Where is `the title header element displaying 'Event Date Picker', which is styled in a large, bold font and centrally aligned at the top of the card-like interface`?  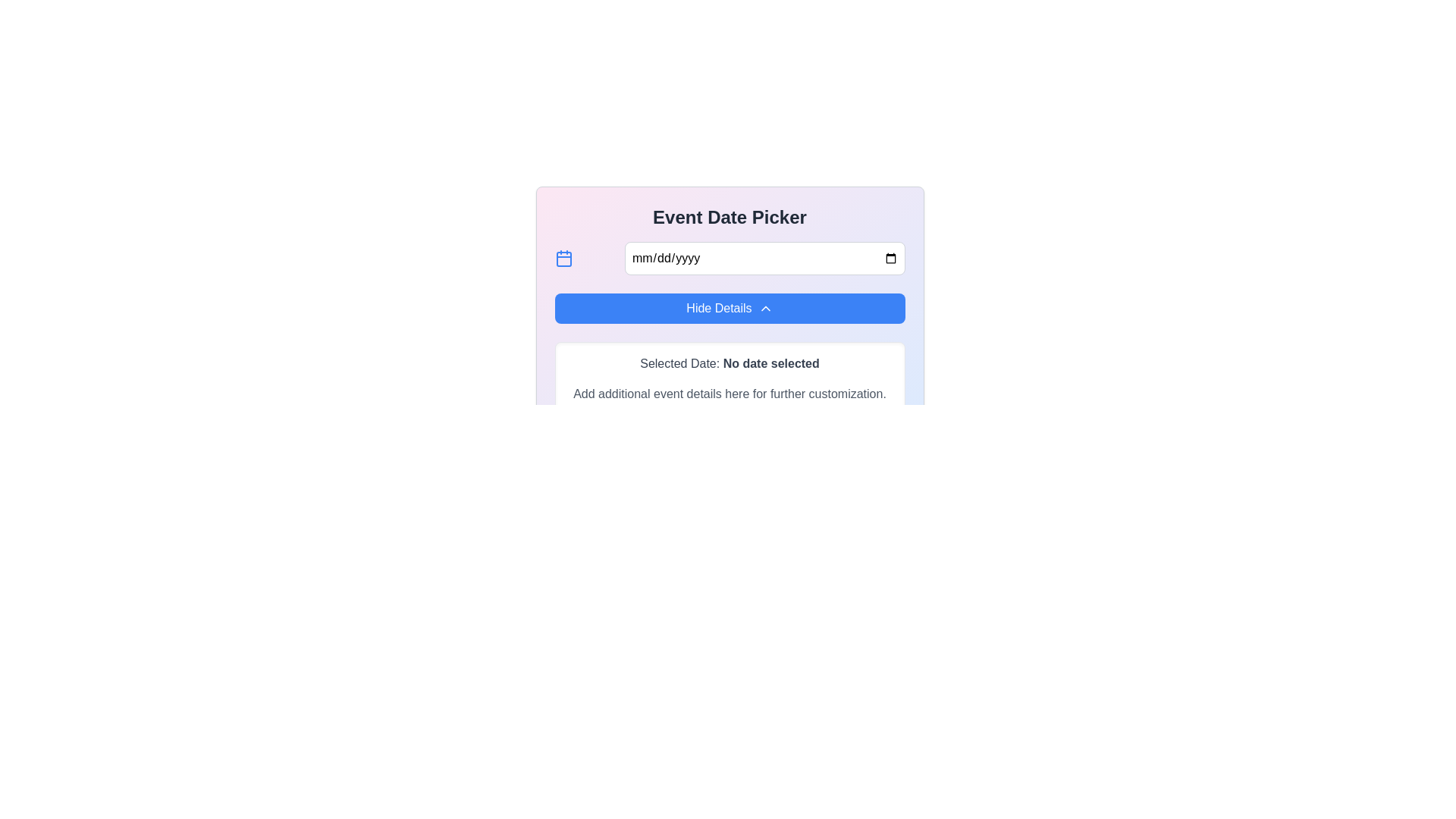 the title header element displaying 'Event Date Picker', which is styled in a large, bold font and centrally aligned at the top of the card-like interface is located at coordinates (730, 217).